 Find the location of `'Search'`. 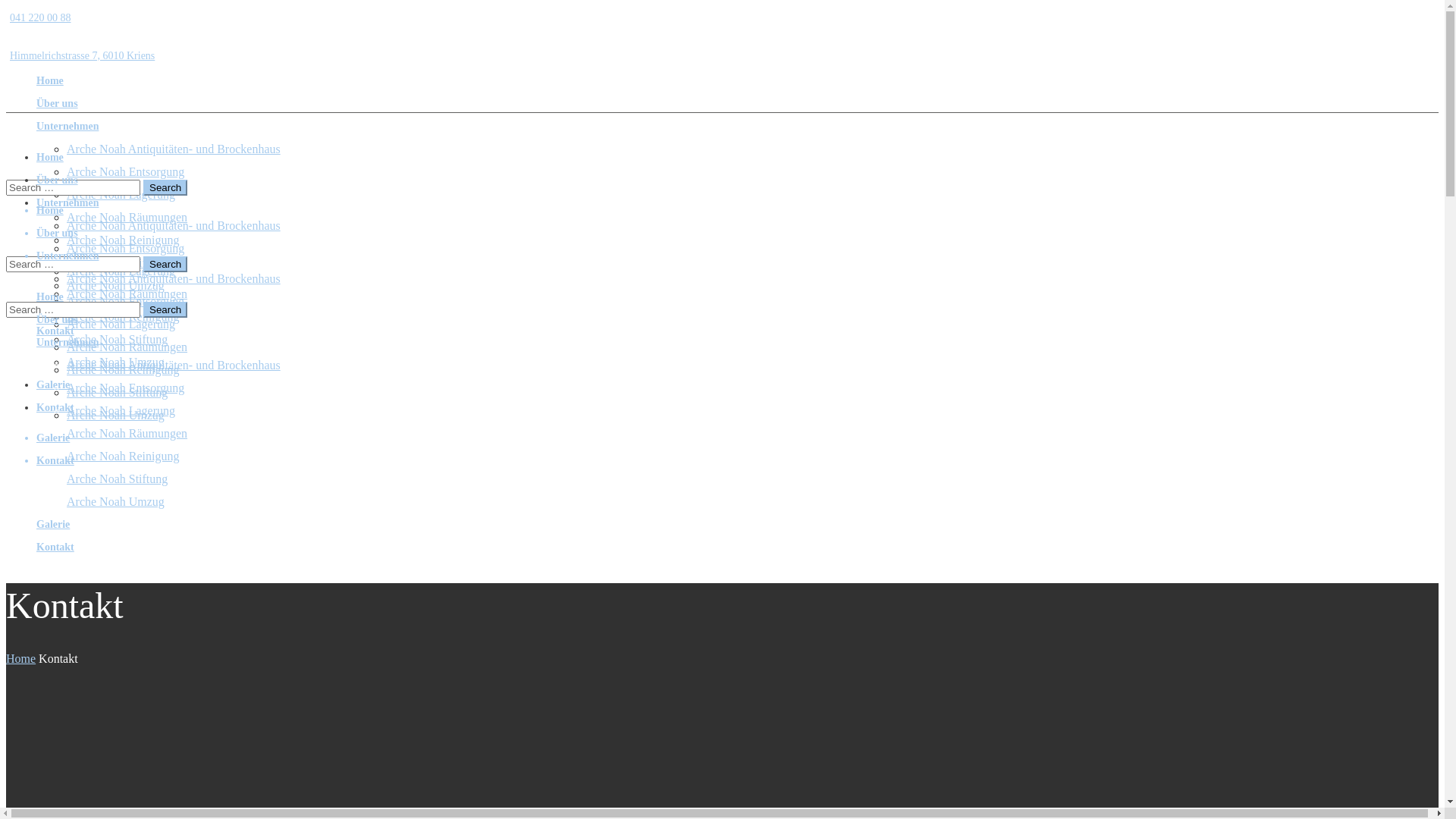

'Search' is located at coordinates (165, 263).